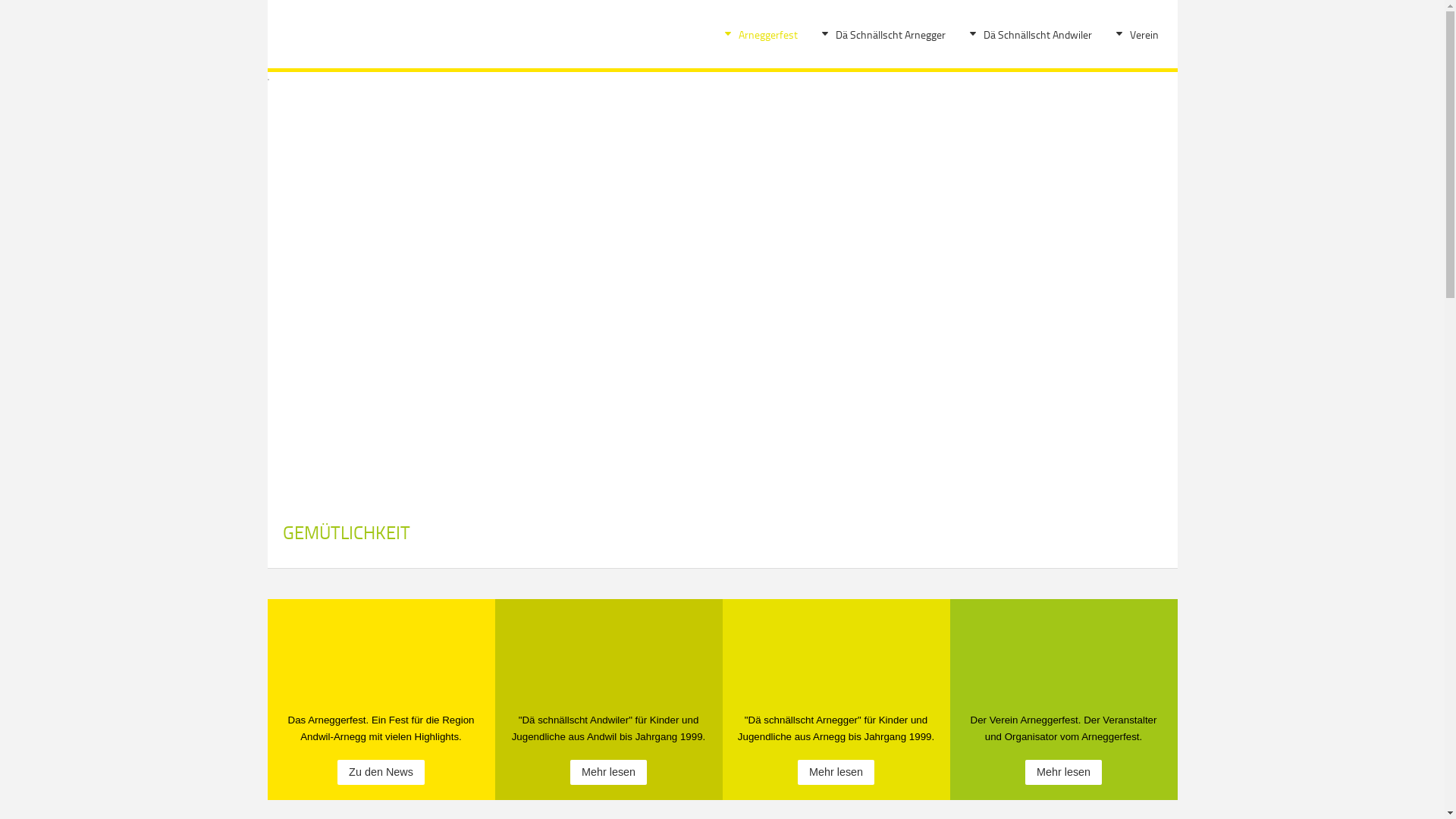 This screenshot has height=819, width=1456. Describe the element at coordinates (835, 772) in the screenshot. I see `'Mehr lesen'` at that location.